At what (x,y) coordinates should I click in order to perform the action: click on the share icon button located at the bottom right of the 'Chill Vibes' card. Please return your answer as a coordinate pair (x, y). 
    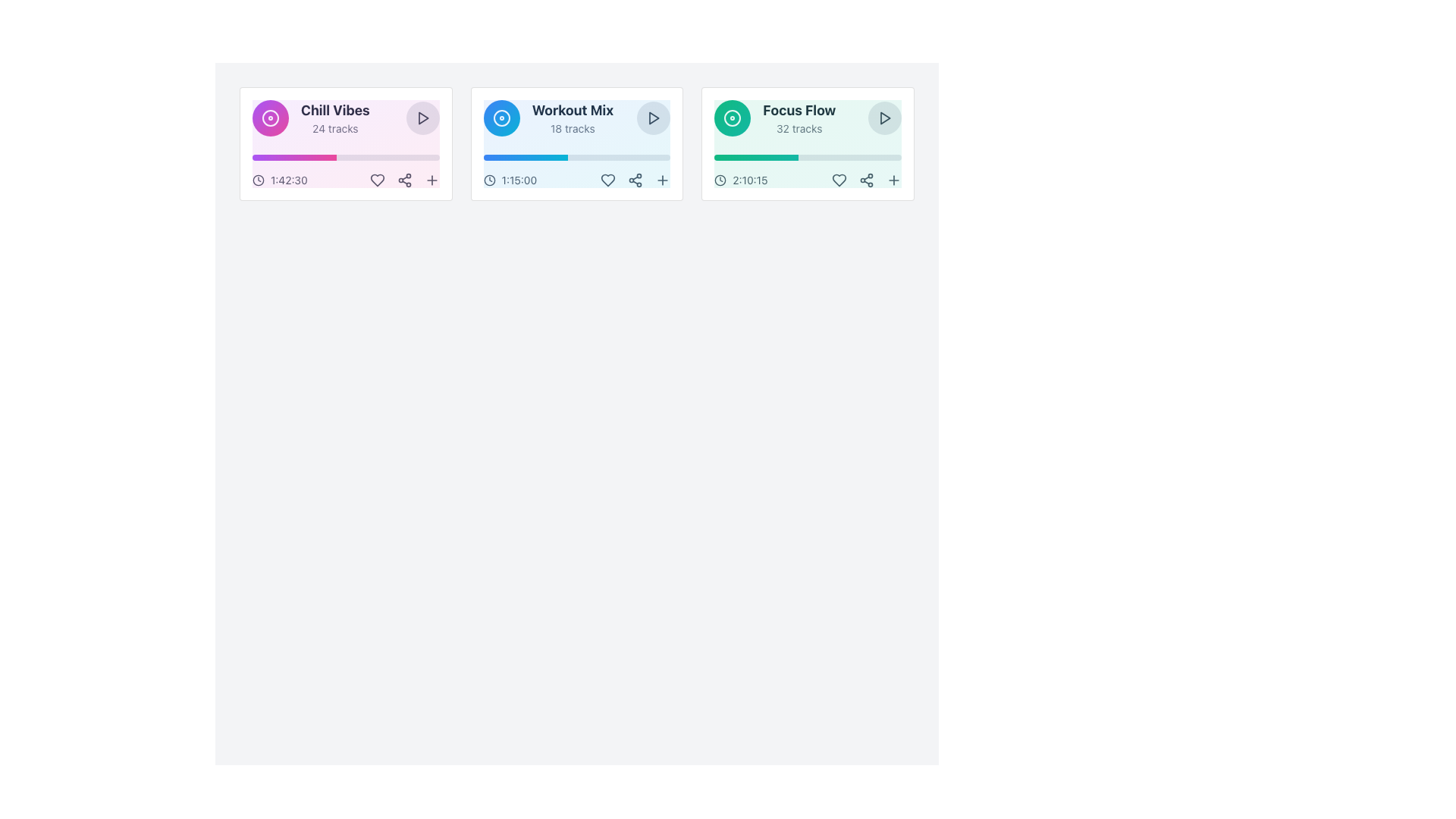
    Looking at the image, I should click on (404, 180).